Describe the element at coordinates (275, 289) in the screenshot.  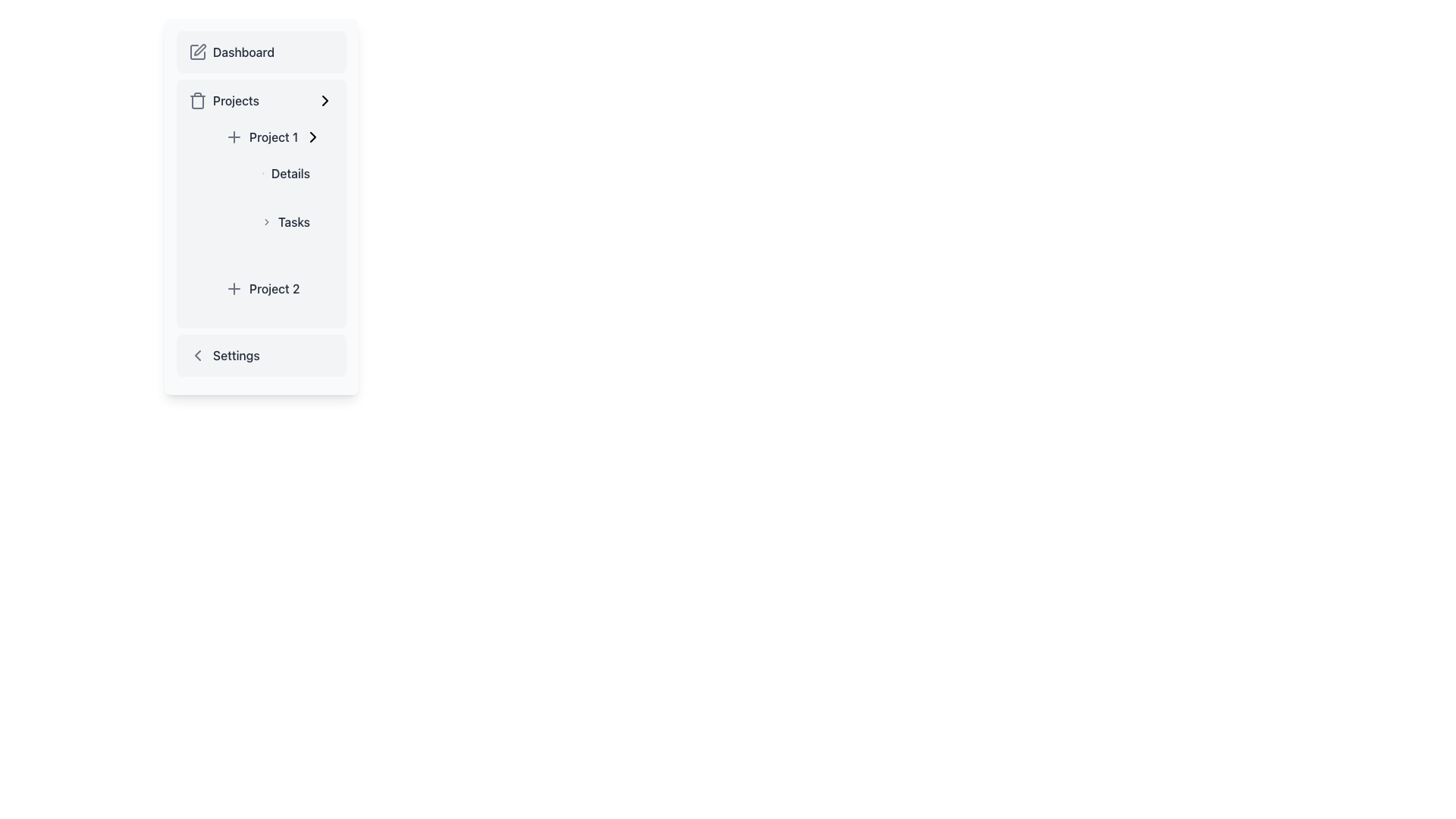
I see `the text label displaying 'Project 2' located in the sidebar menu under the 'Projects' section, aligned horizontally with a plus icon` at that location.